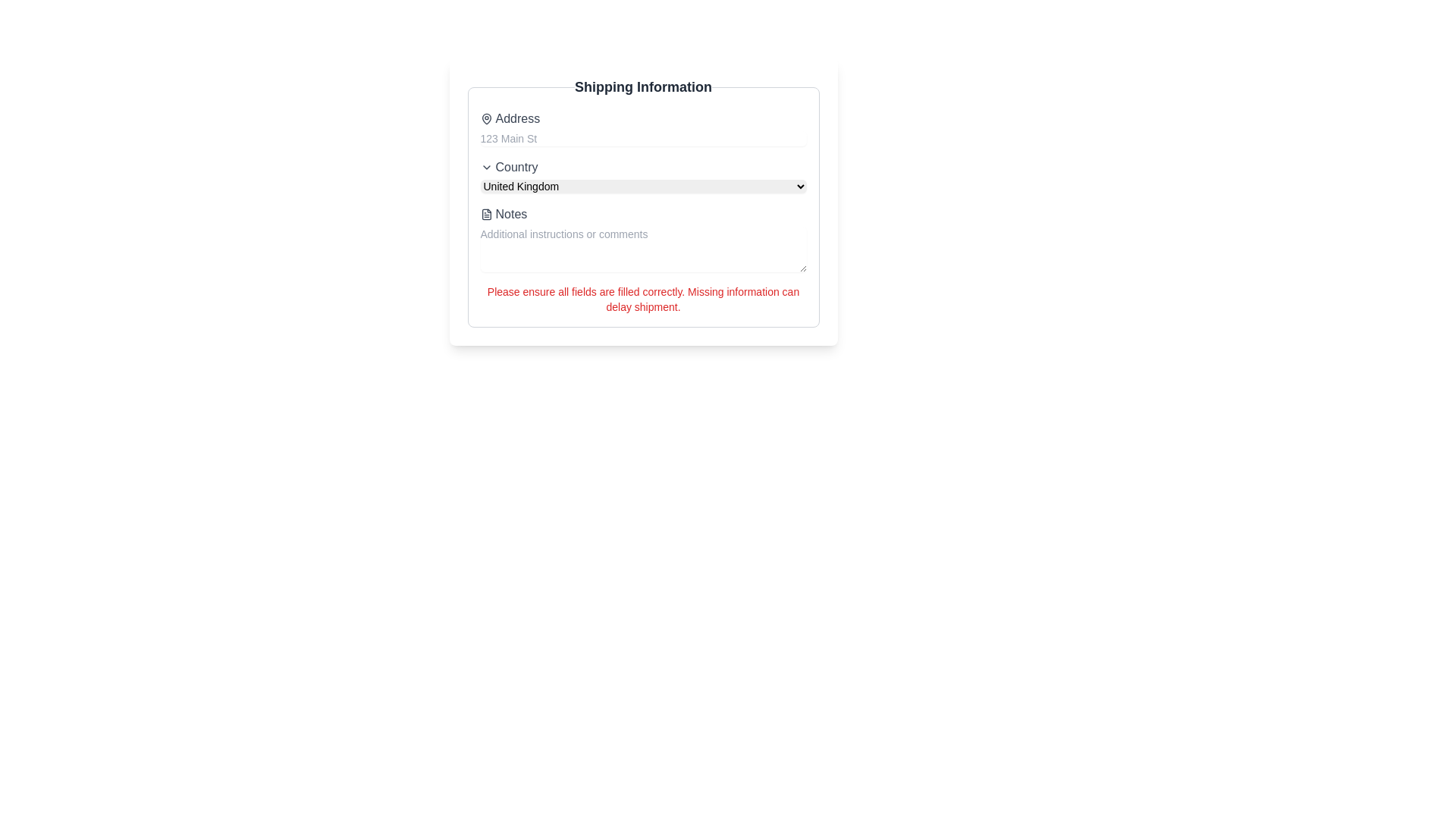  What do you see at coordinates (486, 167) in the screenshot?
I see `the dropdown chevron icon located in the 'Country' row` at bounding box center [486, 167].